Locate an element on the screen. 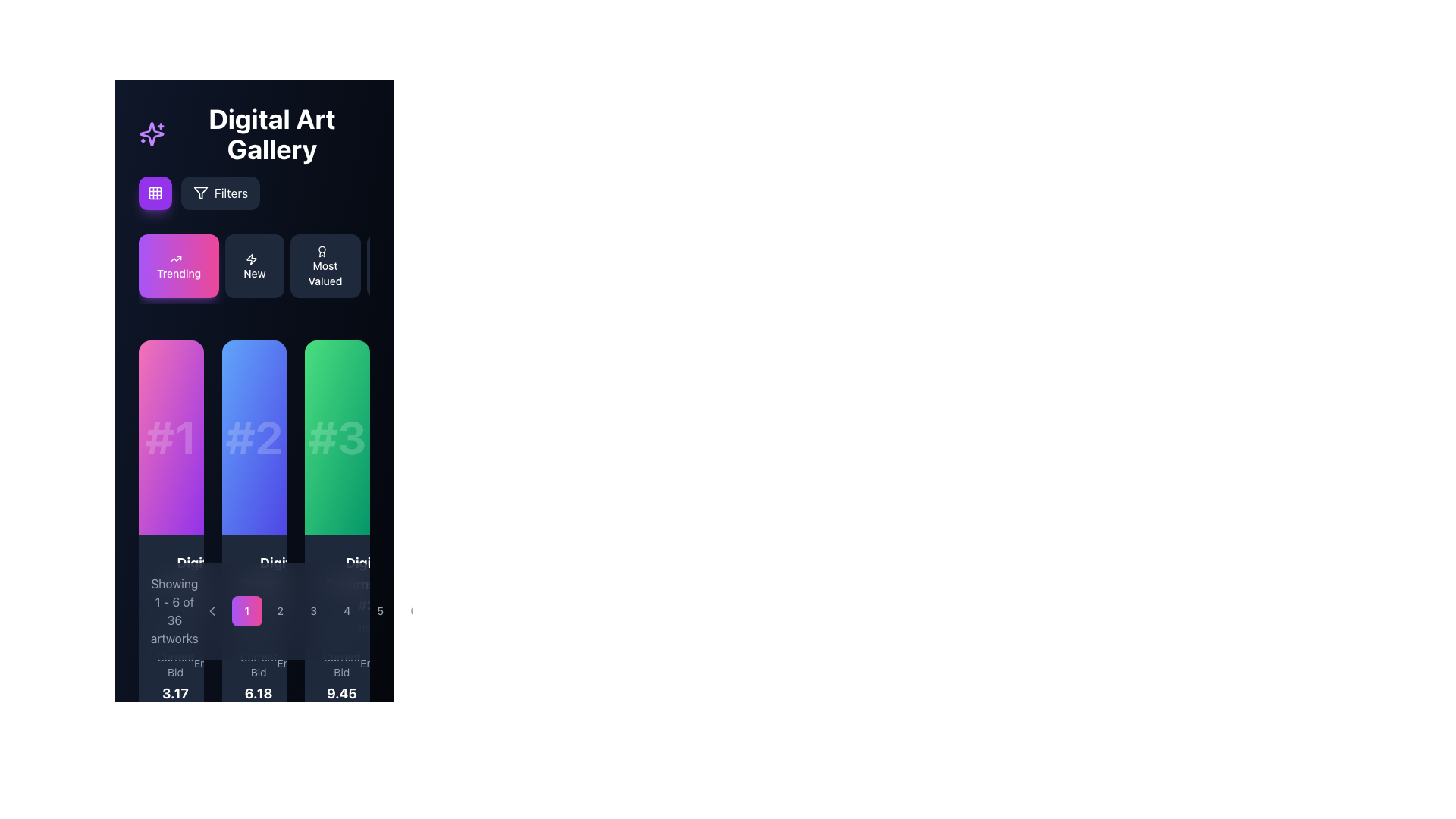 The height and width of the screenshot is (819, 1456). the Label that captions the current bid value of '6.18 ETH' in the lower section of the card layout is located at coordinates (259, 664).